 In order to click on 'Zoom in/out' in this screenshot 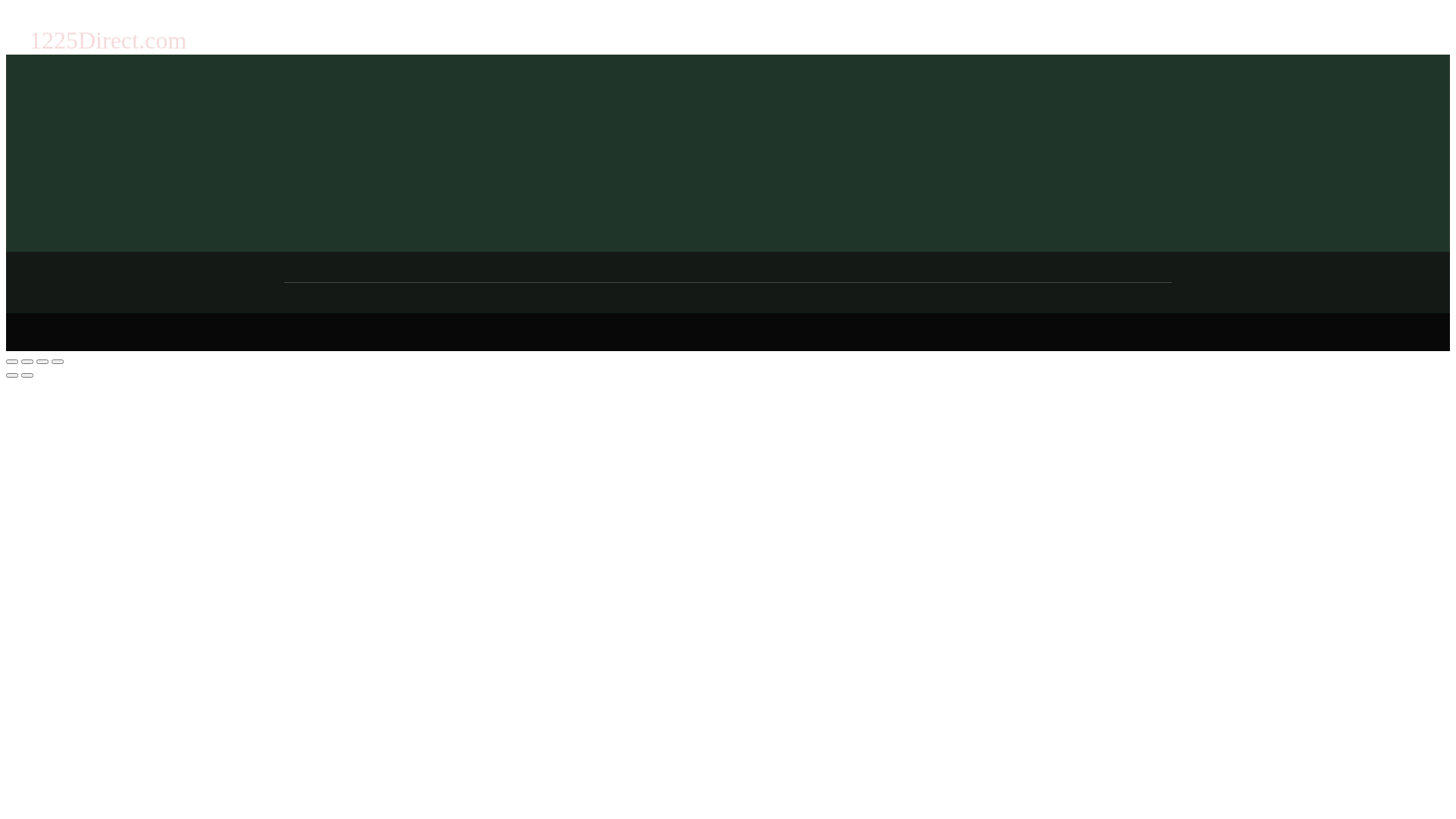, I will do `click(51, 362)`.